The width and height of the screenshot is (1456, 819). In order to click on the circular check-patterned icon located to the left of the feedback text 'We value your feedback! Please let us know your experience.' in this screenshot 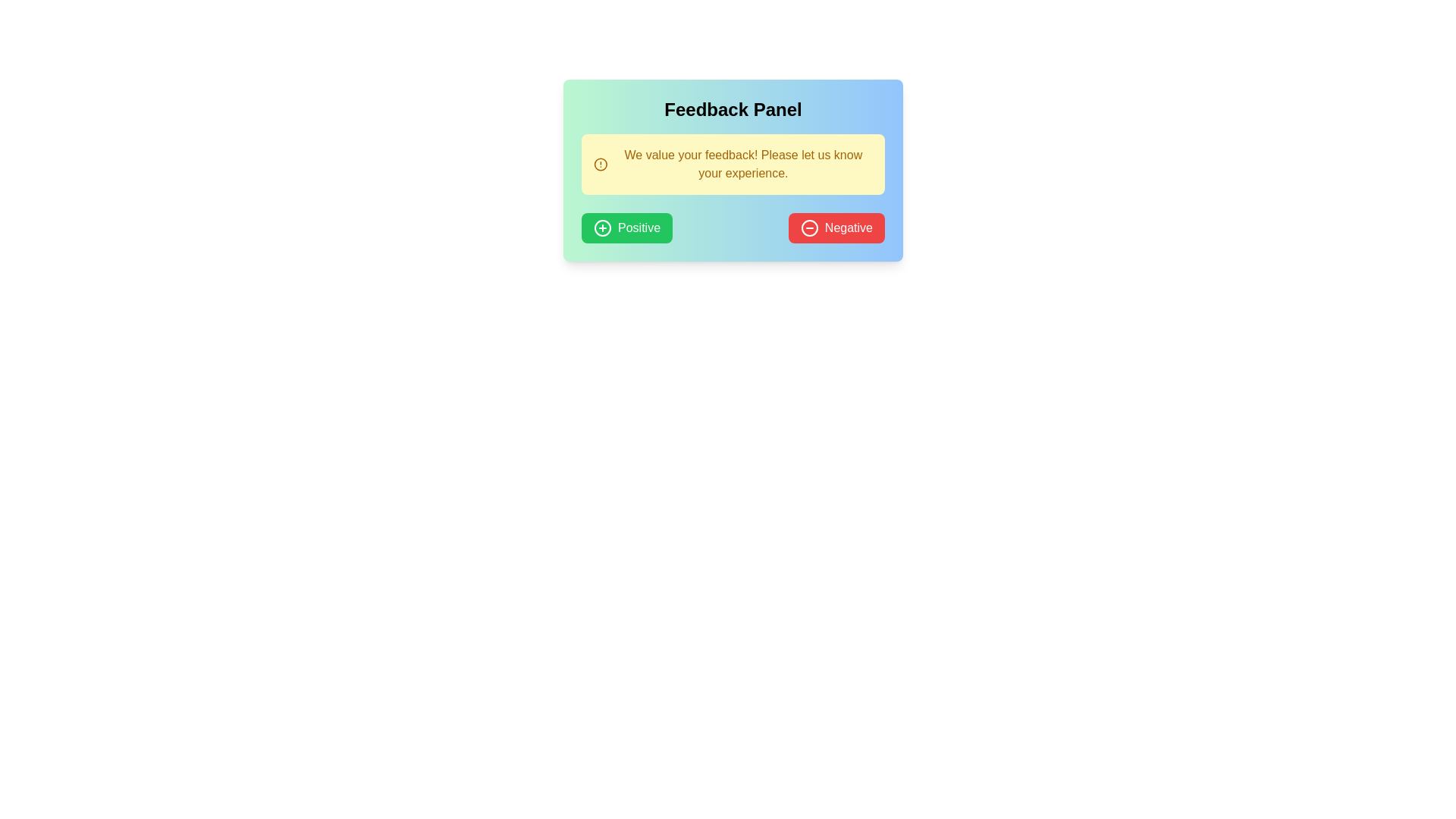, I will do `click(600, 164)`.